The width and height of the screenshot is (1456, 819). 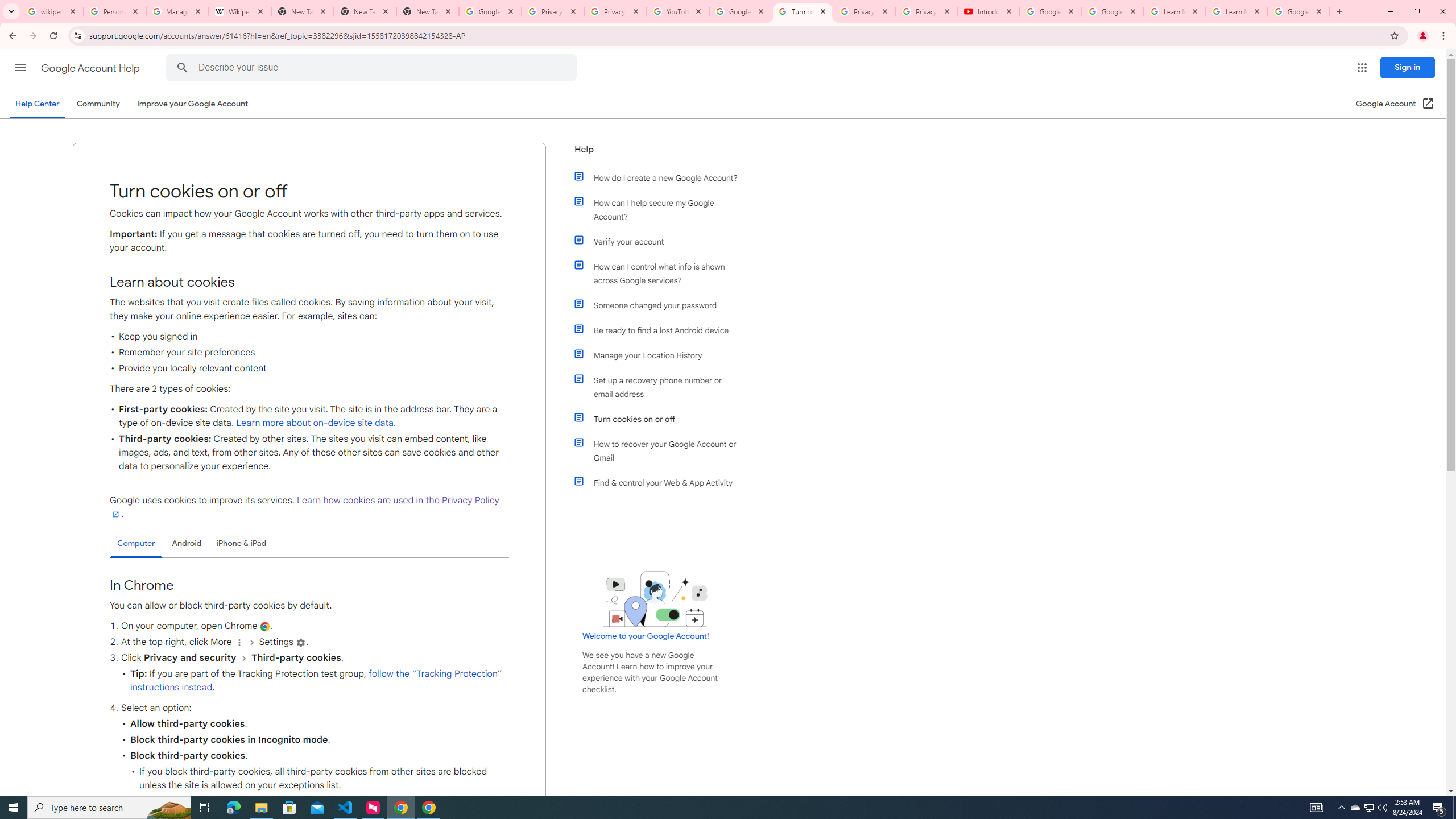 I want to click on 'Introduction | Google Privacy Policy - YouTube', so click(x=988, y=11).